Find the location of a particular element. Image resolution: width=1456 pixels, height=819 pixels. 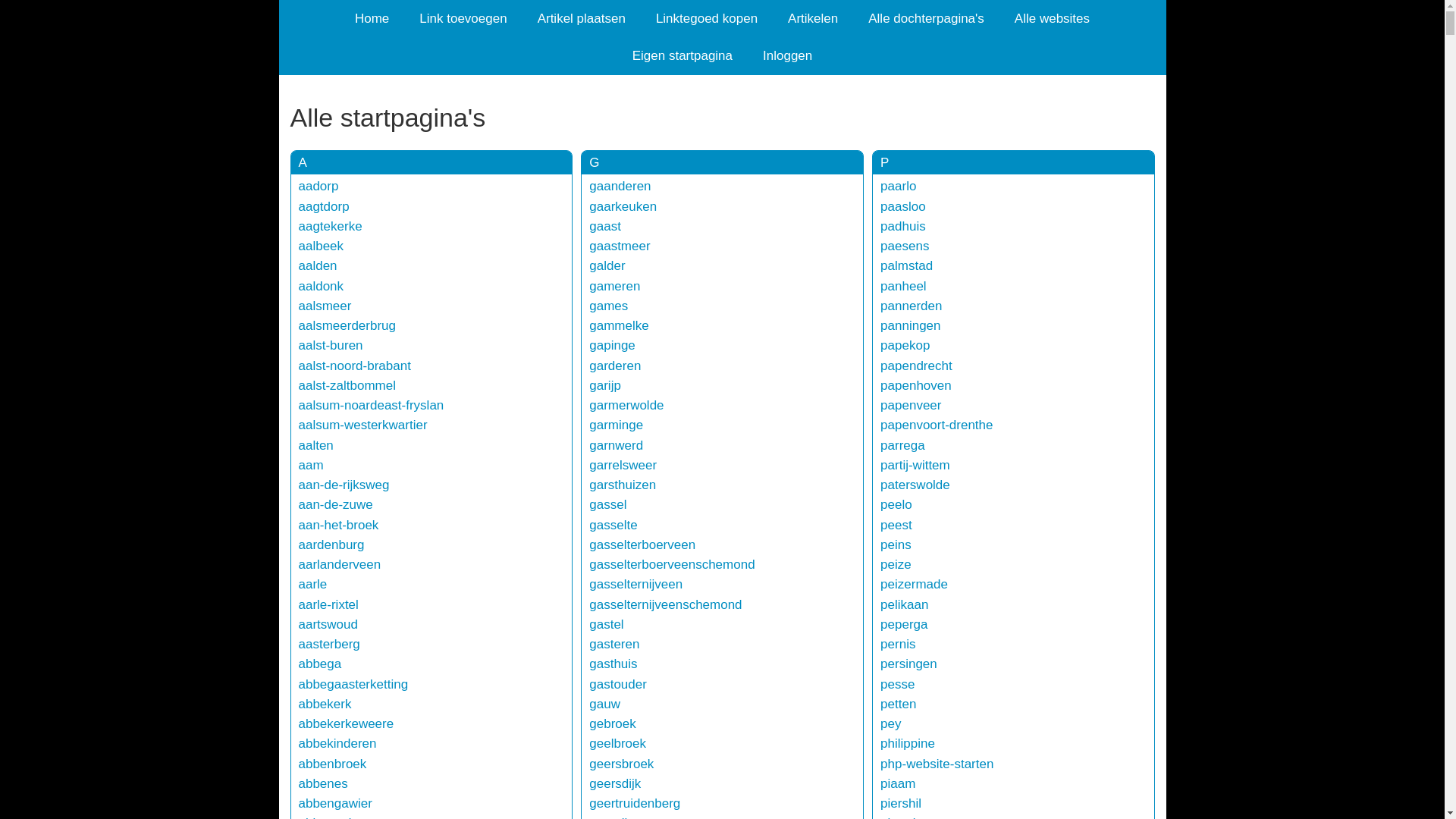

'aam' is located at coordinates (310, 464).